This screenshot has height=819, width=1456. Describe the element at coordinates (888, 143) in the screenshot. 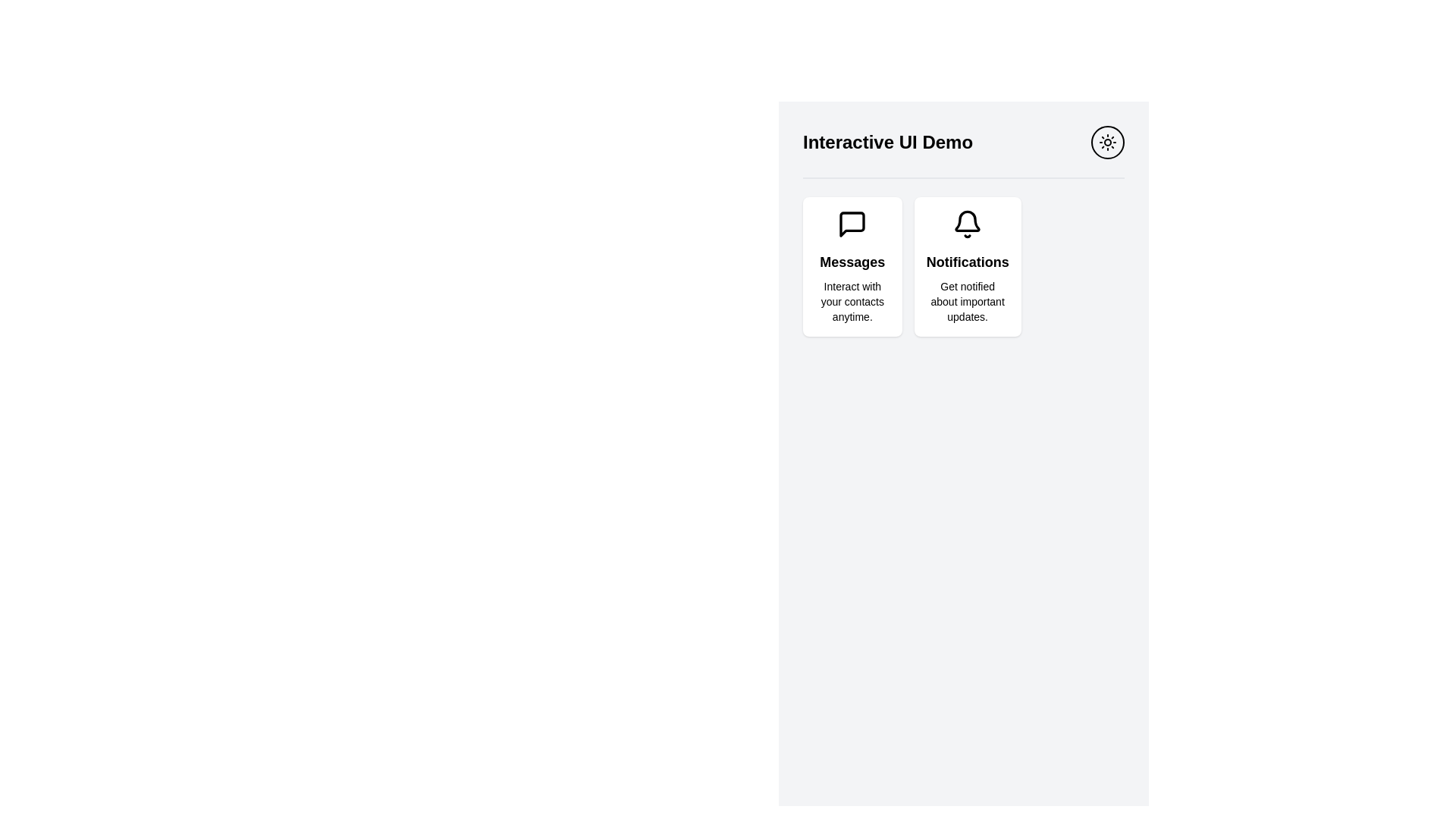

I see `the bold text header reading 'Interactive UI Demo' for reading` at that location.